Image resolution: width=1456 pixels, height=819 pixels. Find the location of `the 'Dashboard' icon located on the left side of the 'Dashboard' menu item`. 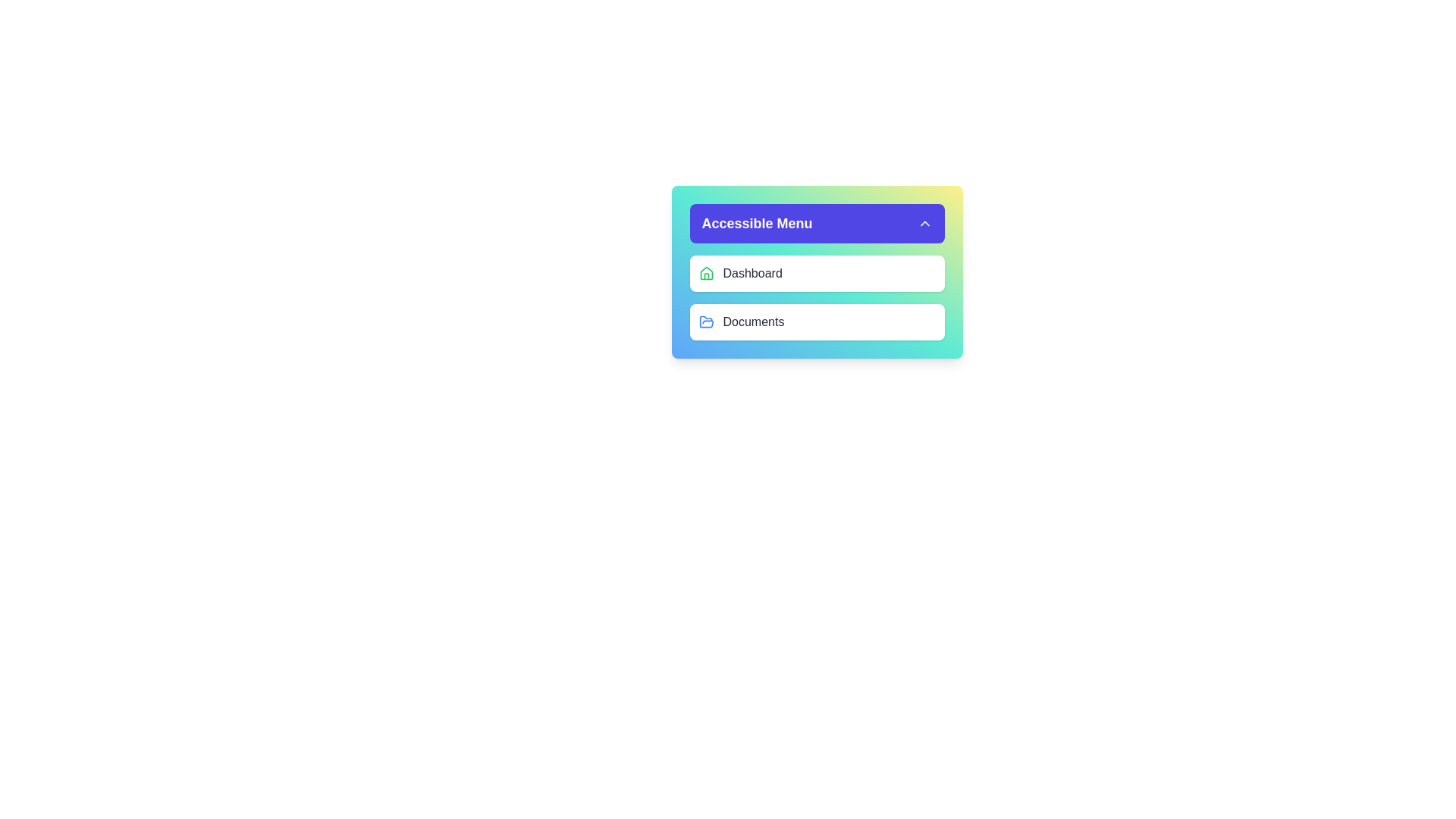

the 'Dashboard' icon located on the left side of the 'Dashboard' menu item is located at coordinates (705, 273).